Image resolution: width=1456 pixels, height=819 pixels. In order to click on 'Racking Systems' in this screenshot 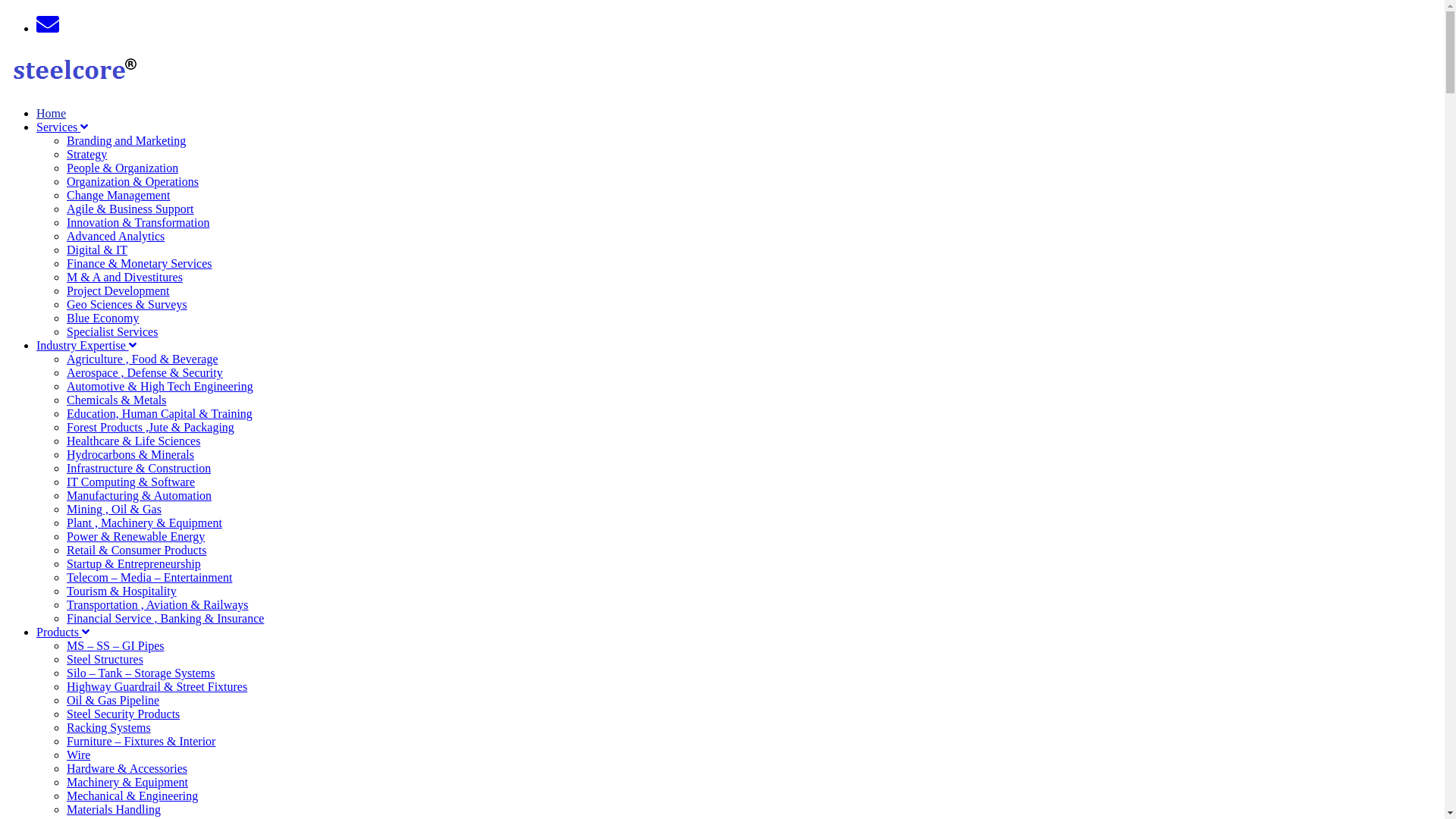, I will do `click(108, 726)`.